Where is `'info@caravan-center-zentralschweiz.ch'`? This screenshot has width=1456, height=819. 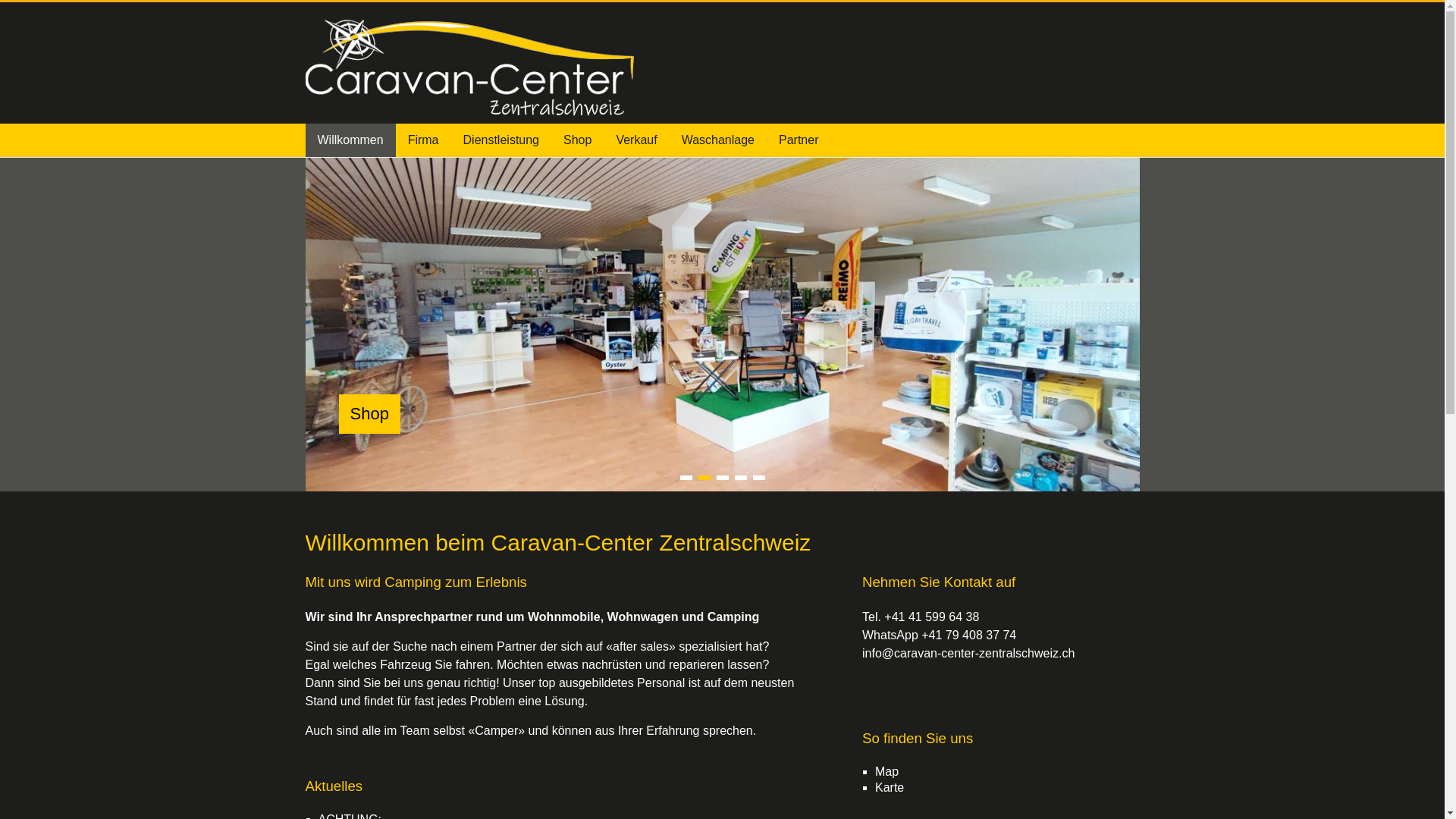
'info@caravan-center-zentralschweiz.ch' is located at coordinates (967, 652).